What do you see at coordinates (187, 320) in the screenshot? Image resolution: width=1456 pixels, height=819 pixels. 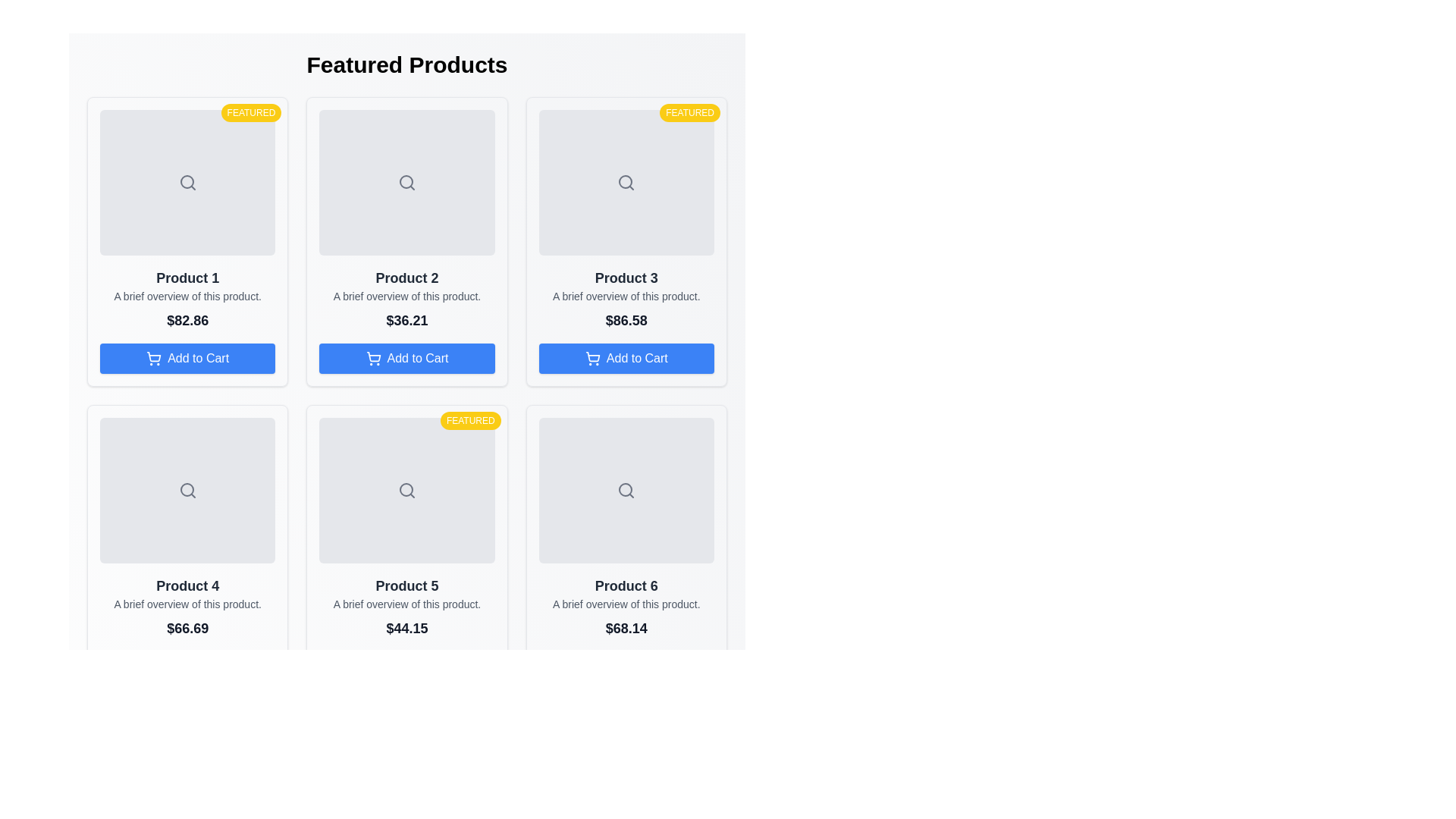 I see `the Text Label displaying the price '$82.86' located within Product 1 card, positioned below the product overview and above the 'Add to Cart' button` at bounding box center [187, 320].